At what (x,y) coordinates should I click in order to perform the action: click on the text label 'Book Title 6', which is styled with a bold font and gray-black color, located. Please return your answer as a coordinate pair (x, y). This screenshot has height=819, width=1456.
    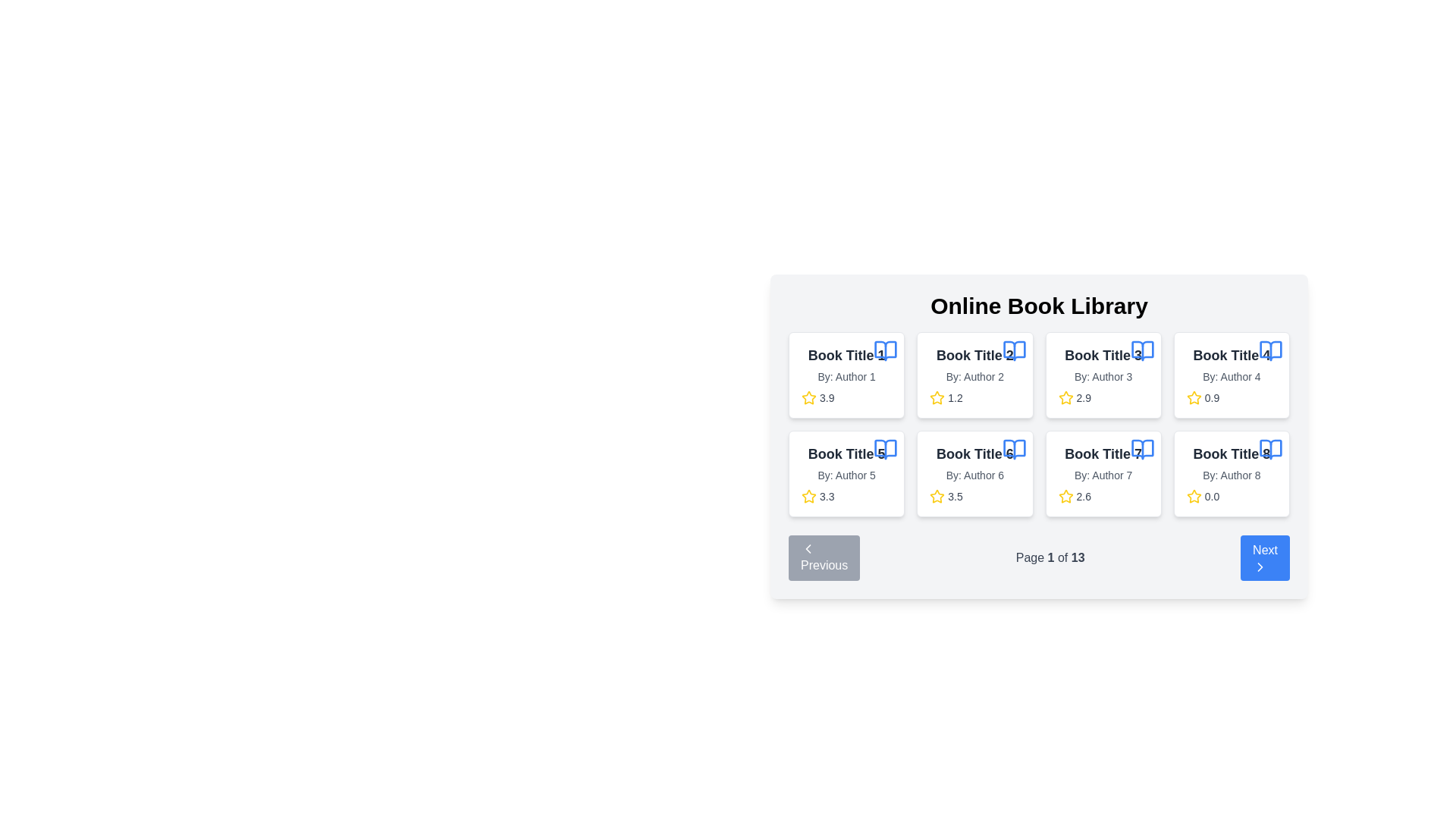
    Looking at the image, I should click on (974, 453).